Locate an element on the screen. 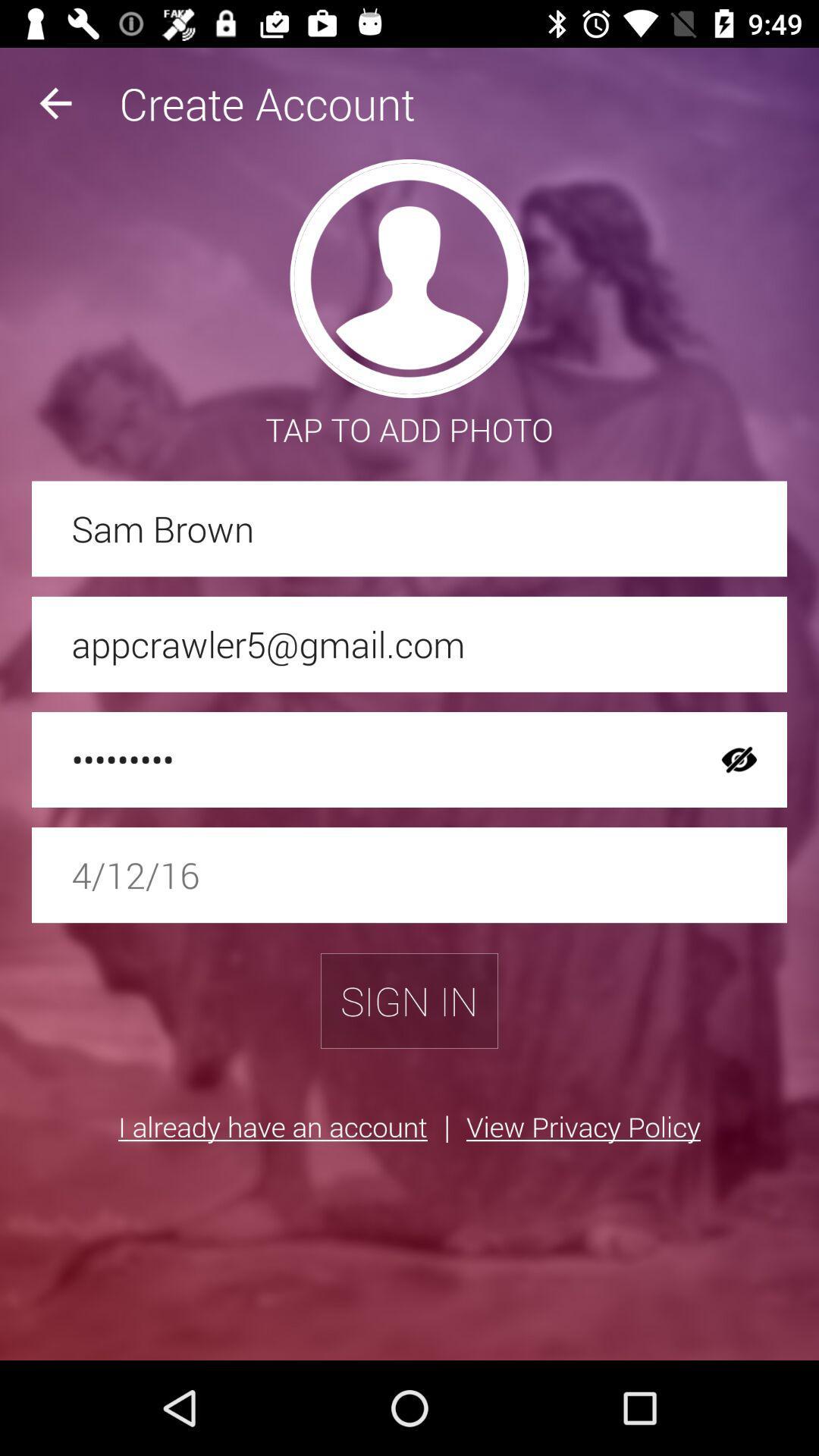  the item next to the   | is located at coordinates (582, 1126).